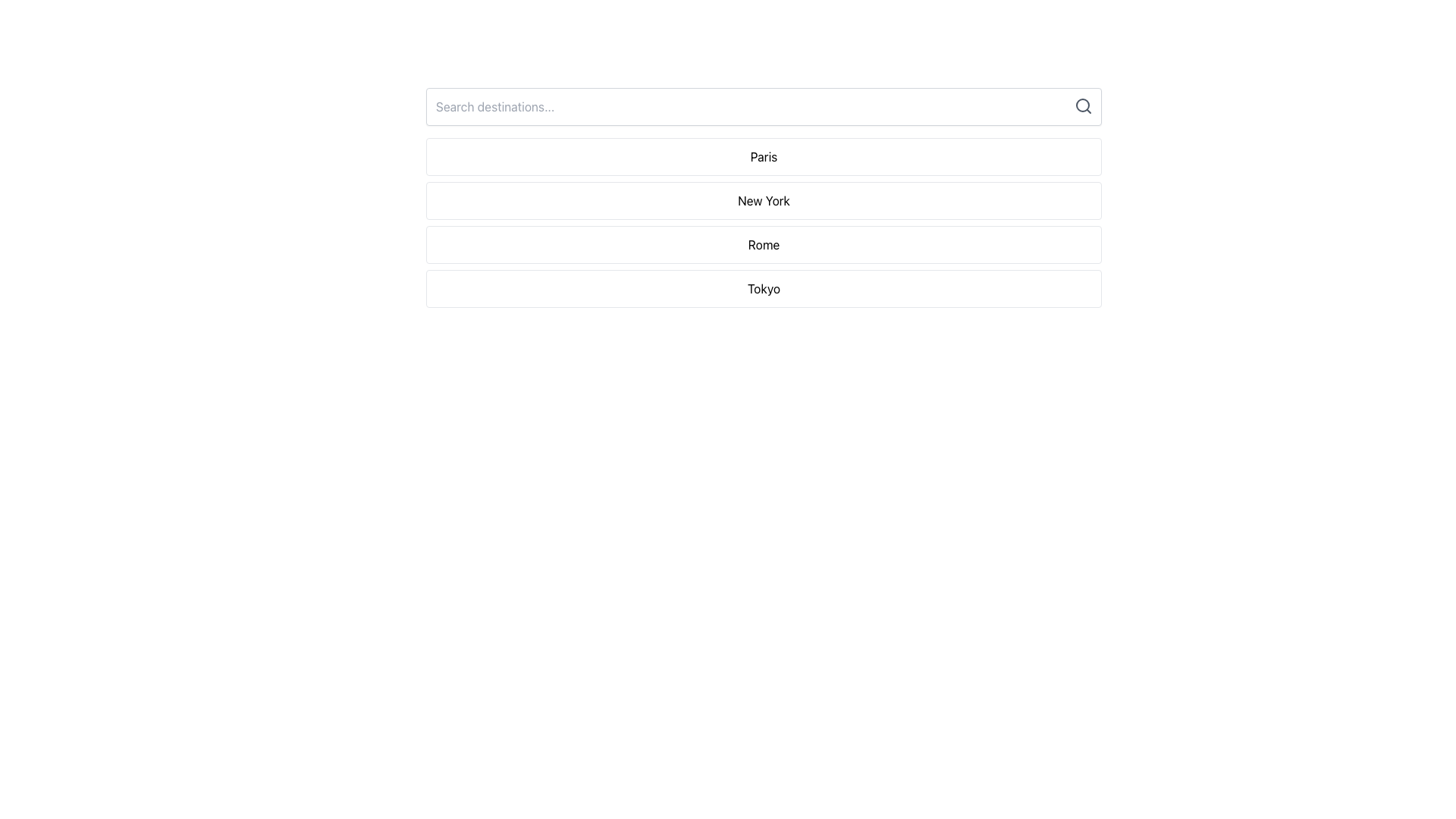 Image resolution: width=1456 pixels, height=819 pixels. I want to click on the text label representing the city 'New York', which is the second entry in a vertically stacked list inside a bordered rectangle, so click(764, 200).